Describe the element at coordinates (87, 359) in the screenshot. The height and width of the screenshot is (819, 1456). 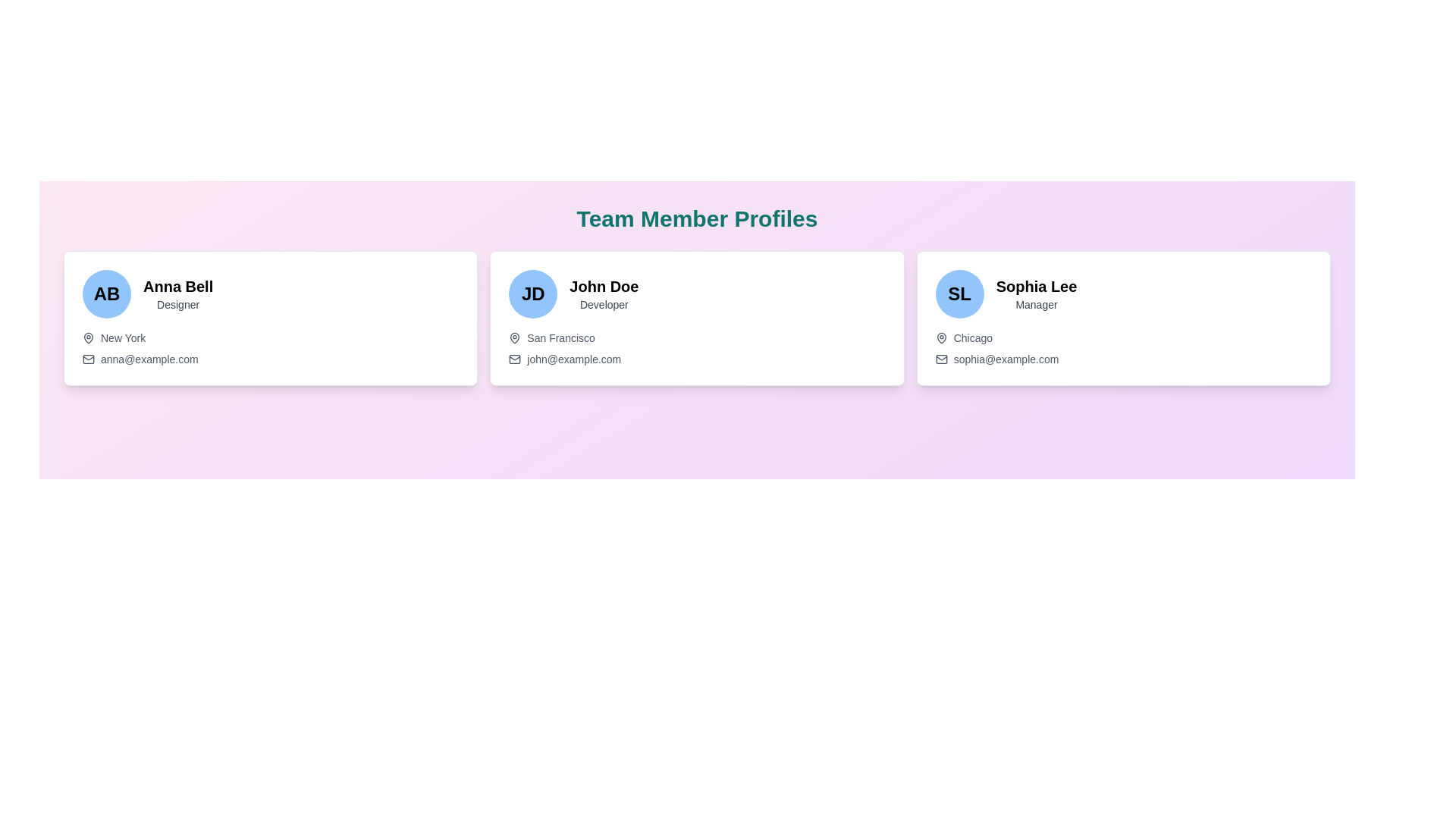
I see `the main body of the email icon represented by an SVG rectangle within Anna Bell's profile card` at that location.